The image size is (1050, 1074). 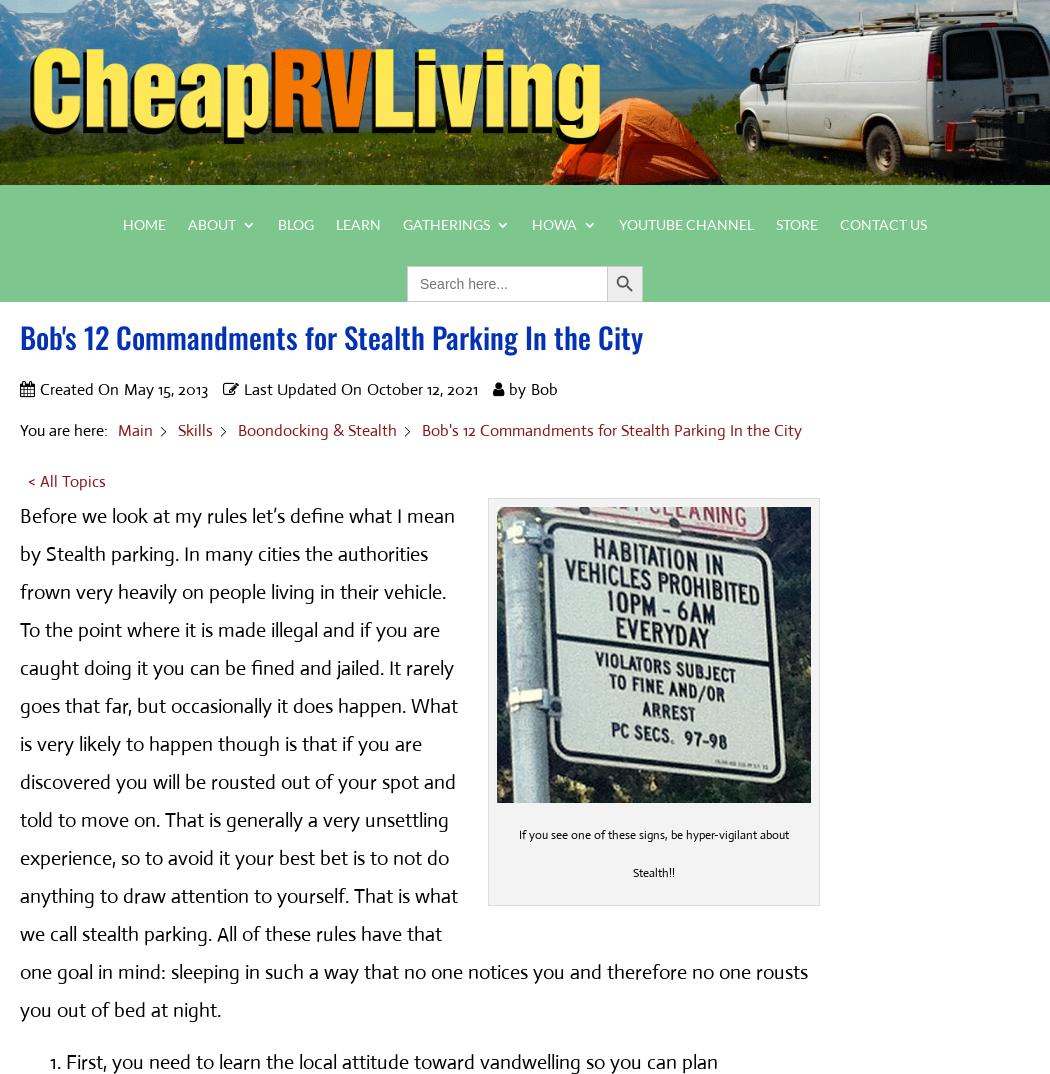 What do you see at coordinates (544, 388) in the screenshot?
I see `'Bob'` at bounding box center [544, 388].